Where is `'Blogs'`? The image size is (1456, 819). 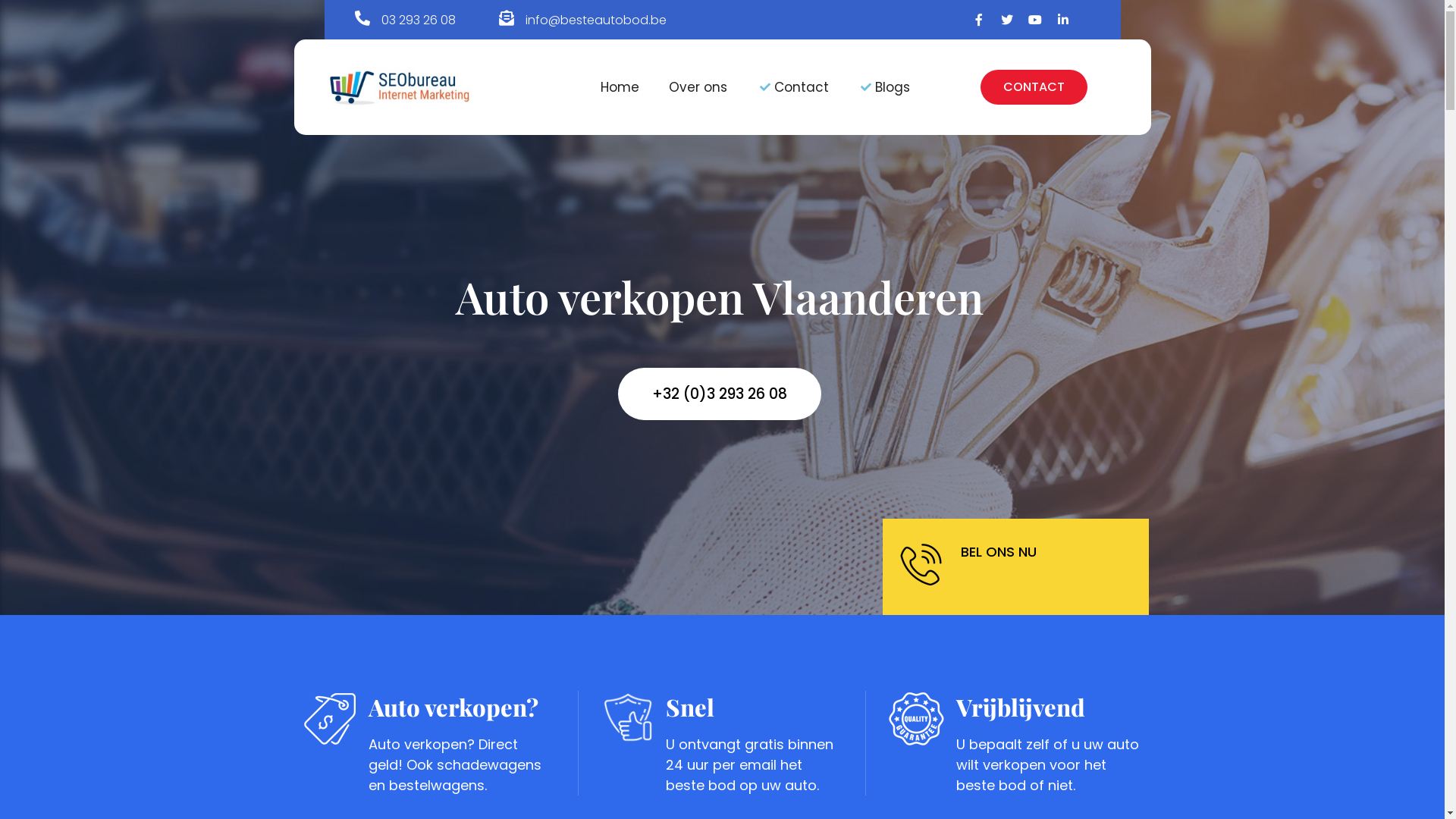
'Blogs' is located at coordinates (884, 87).